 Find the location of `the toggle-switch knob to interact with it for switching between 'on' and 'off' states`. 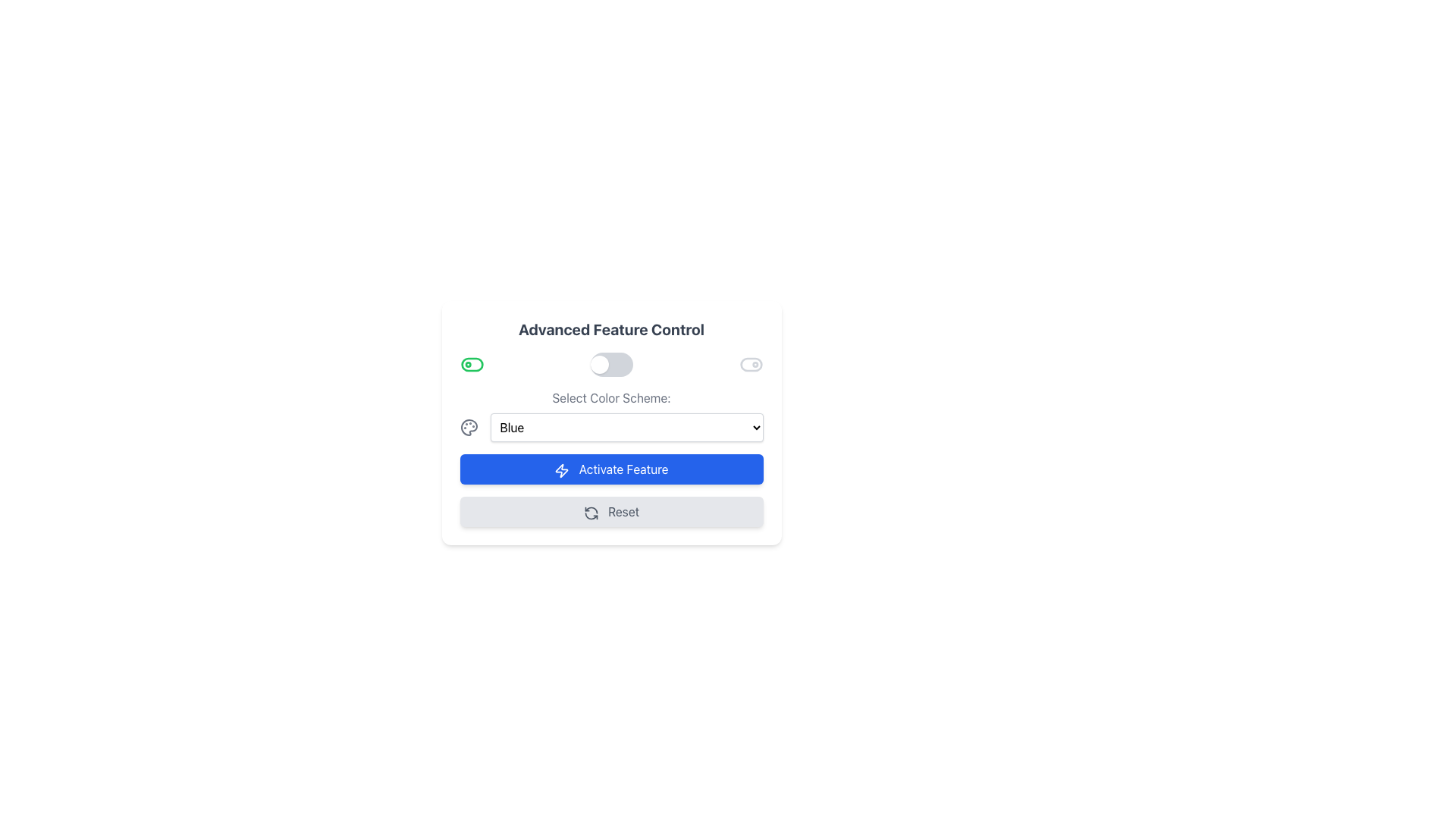

the toggle-switch knob to interact with it for switching between 'on' and 'off' states is located at coordinates (598, 365).